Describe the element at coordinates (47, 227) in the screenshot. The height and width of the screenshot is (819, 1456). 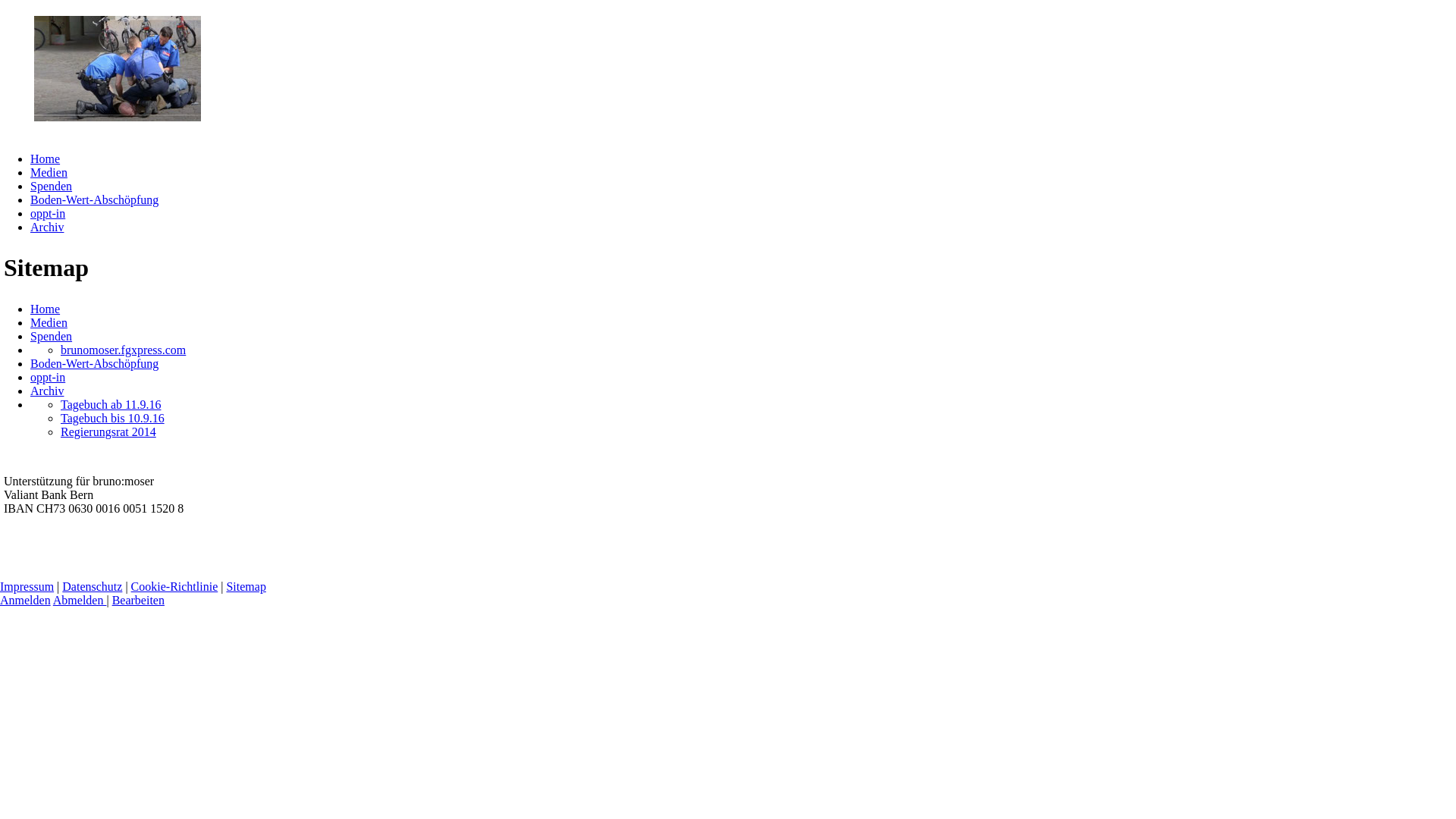
I see `'Archiv'` at that location.